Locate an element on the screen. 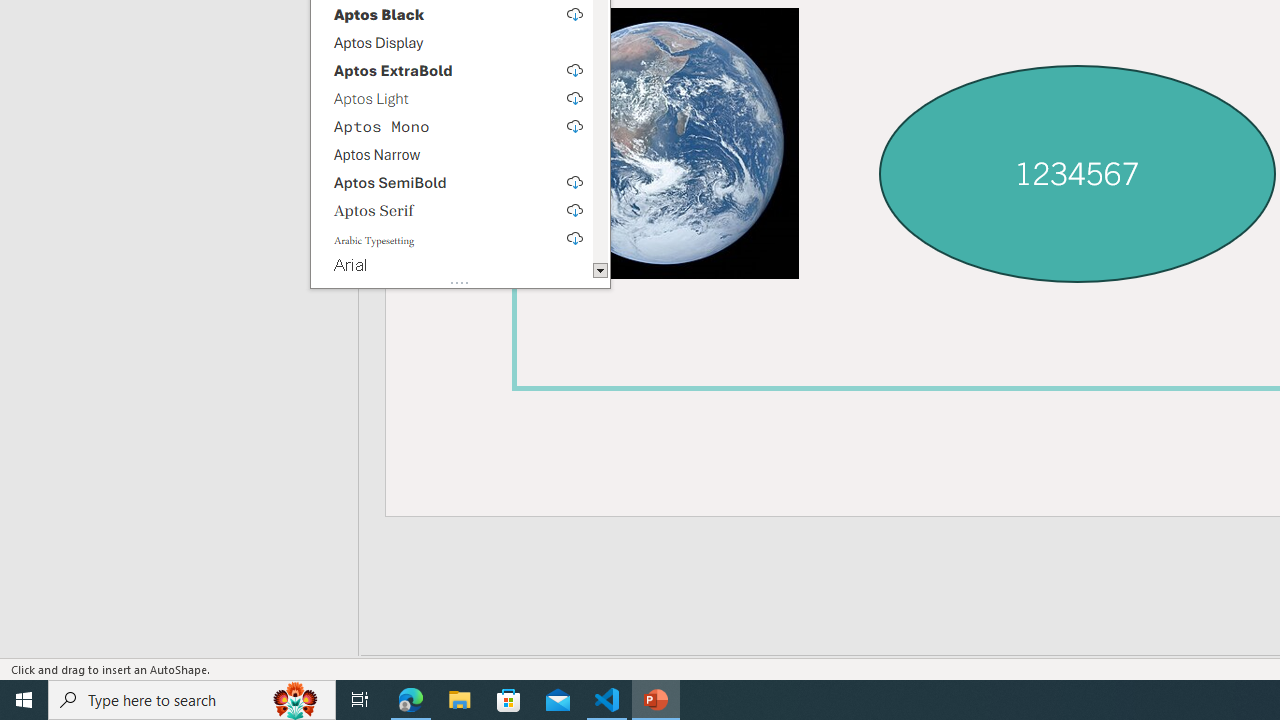 Image resolution: width=1280 pixels, height=720 pixels. 'Aptos ExtraBold, select to download' is located at coordinates (450, 69).